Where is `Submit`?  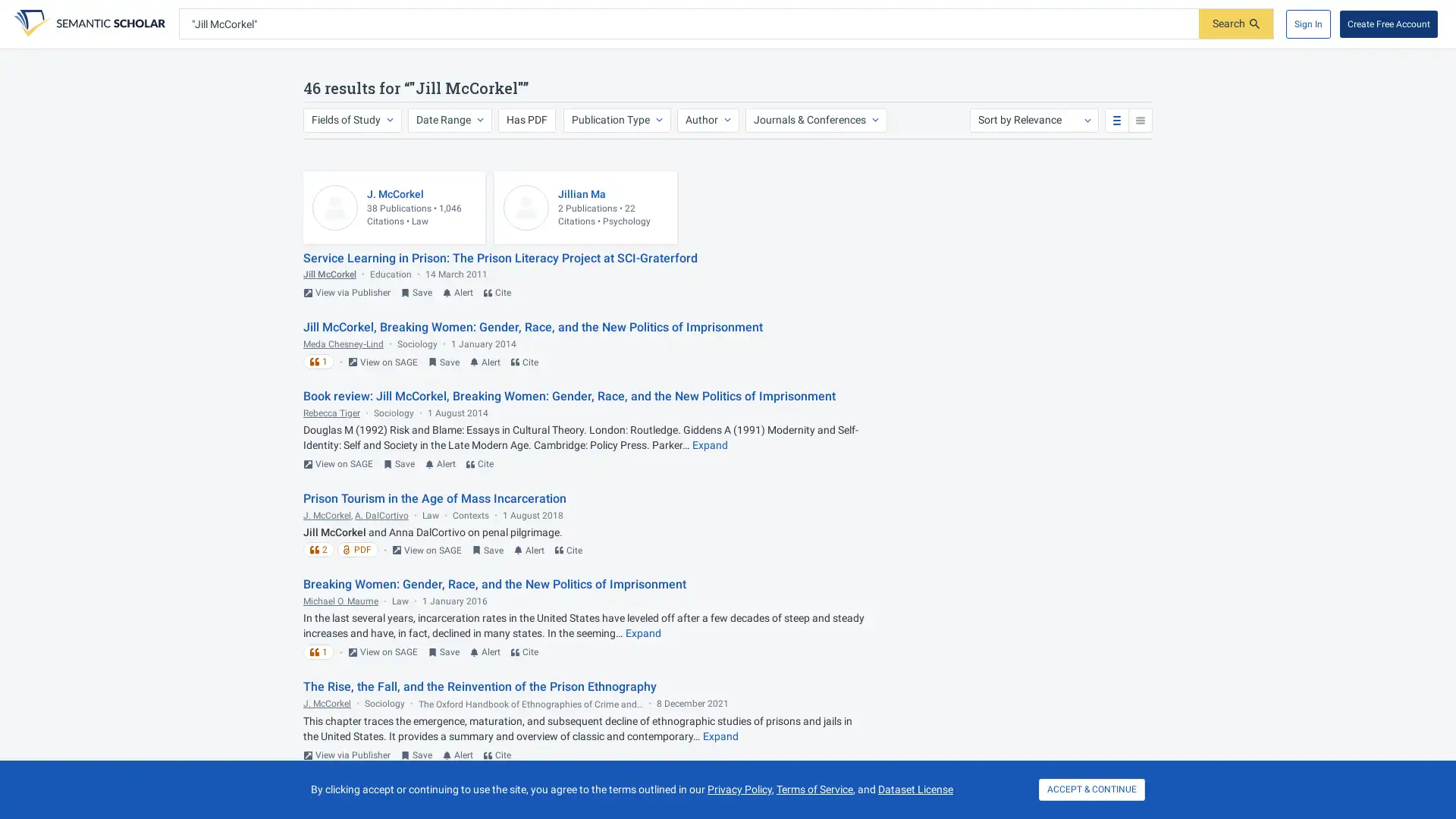
Submit is located at coordinates (1236, 24).